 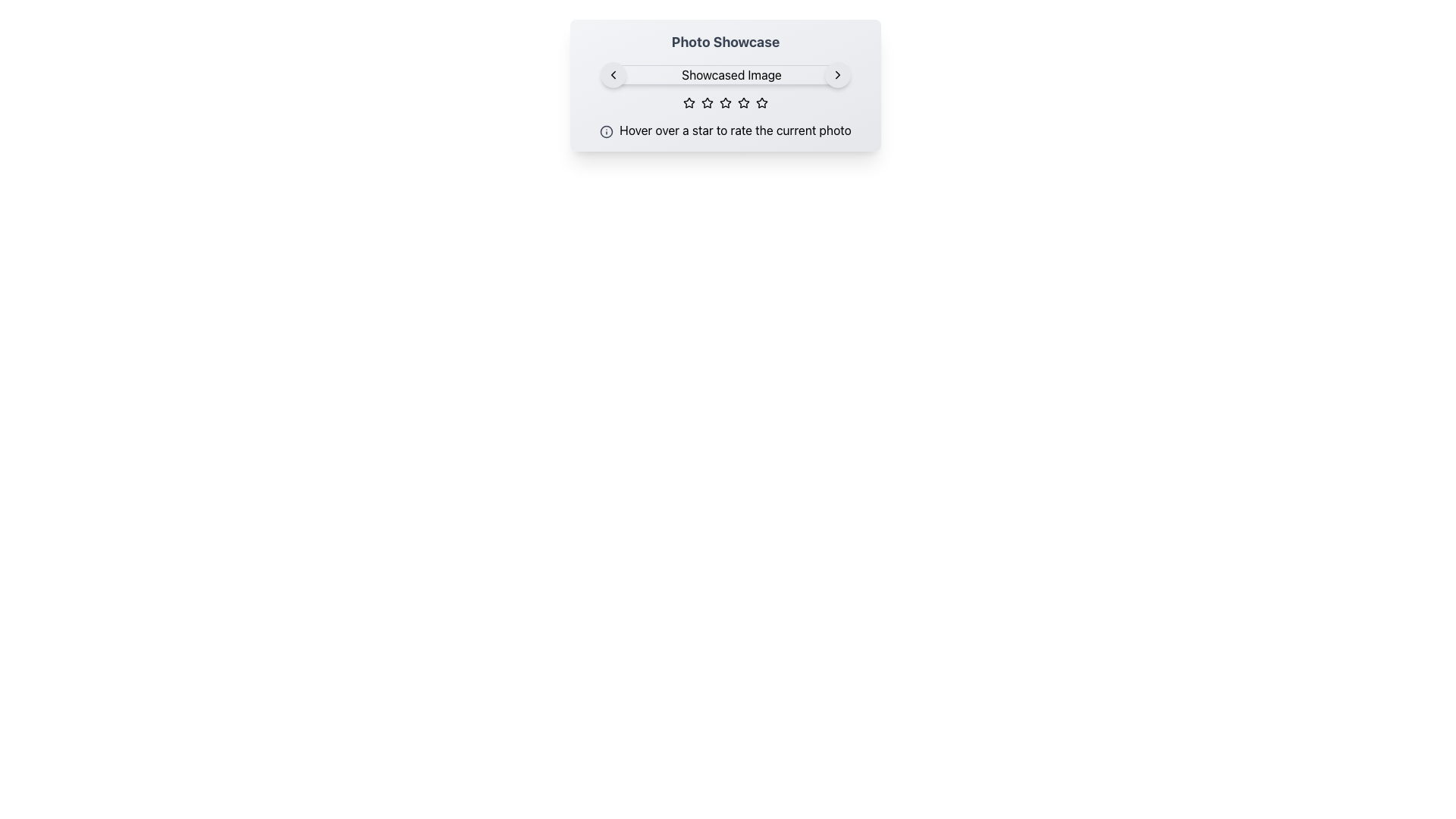 I want to click on the first star icon in the rating system located beneath the showcased image, so click(x=706, y=102).